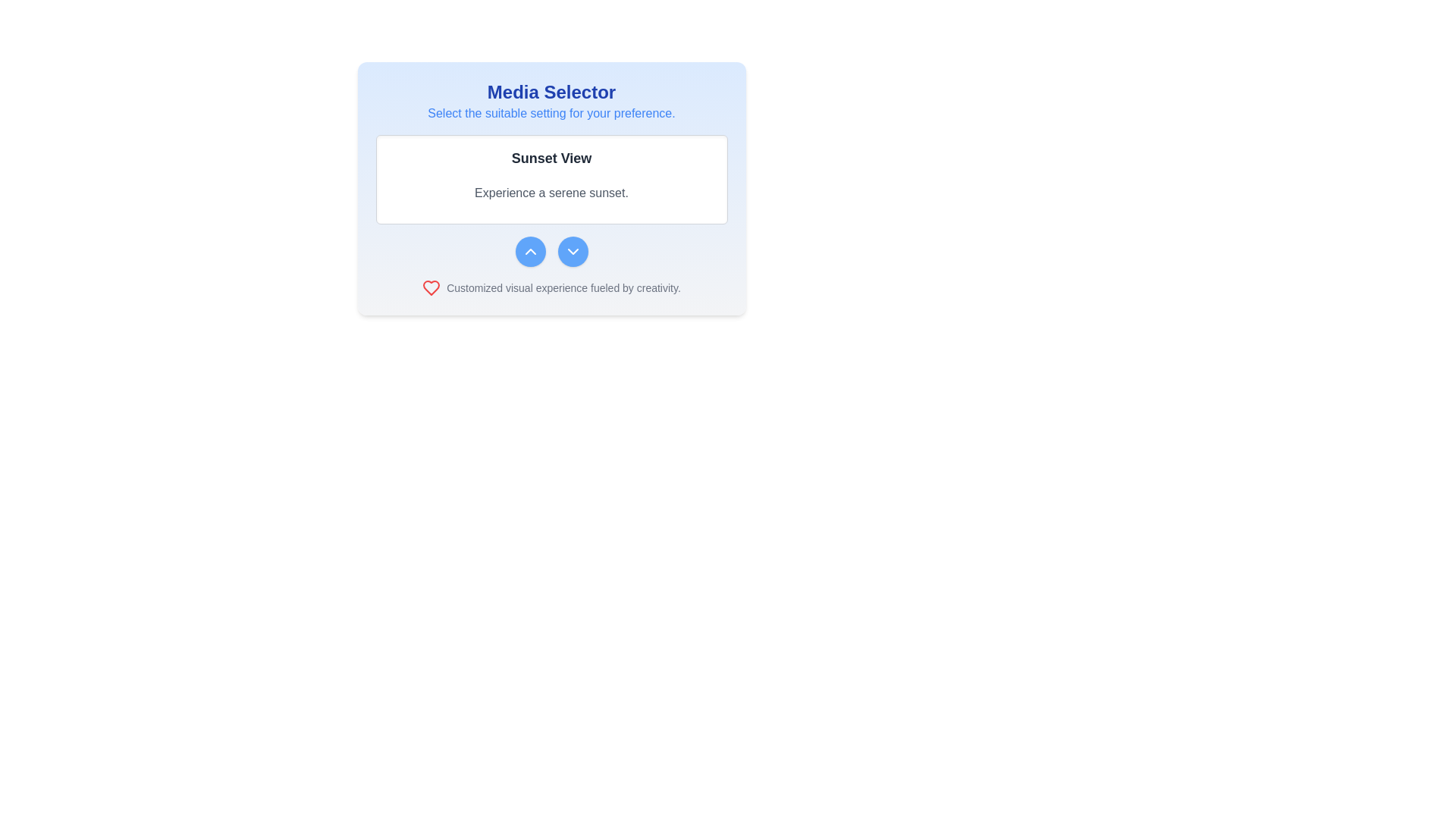 Image resolution: width=1456 pixels, height=819 pixels. What do you see at coordinates (530, 250) in the screenshot?
I see `the upward chevron icon located inside the second circular button from the left in the bottom row of buttons within the 'Media Selector' card` at bounding box center [530, 250].